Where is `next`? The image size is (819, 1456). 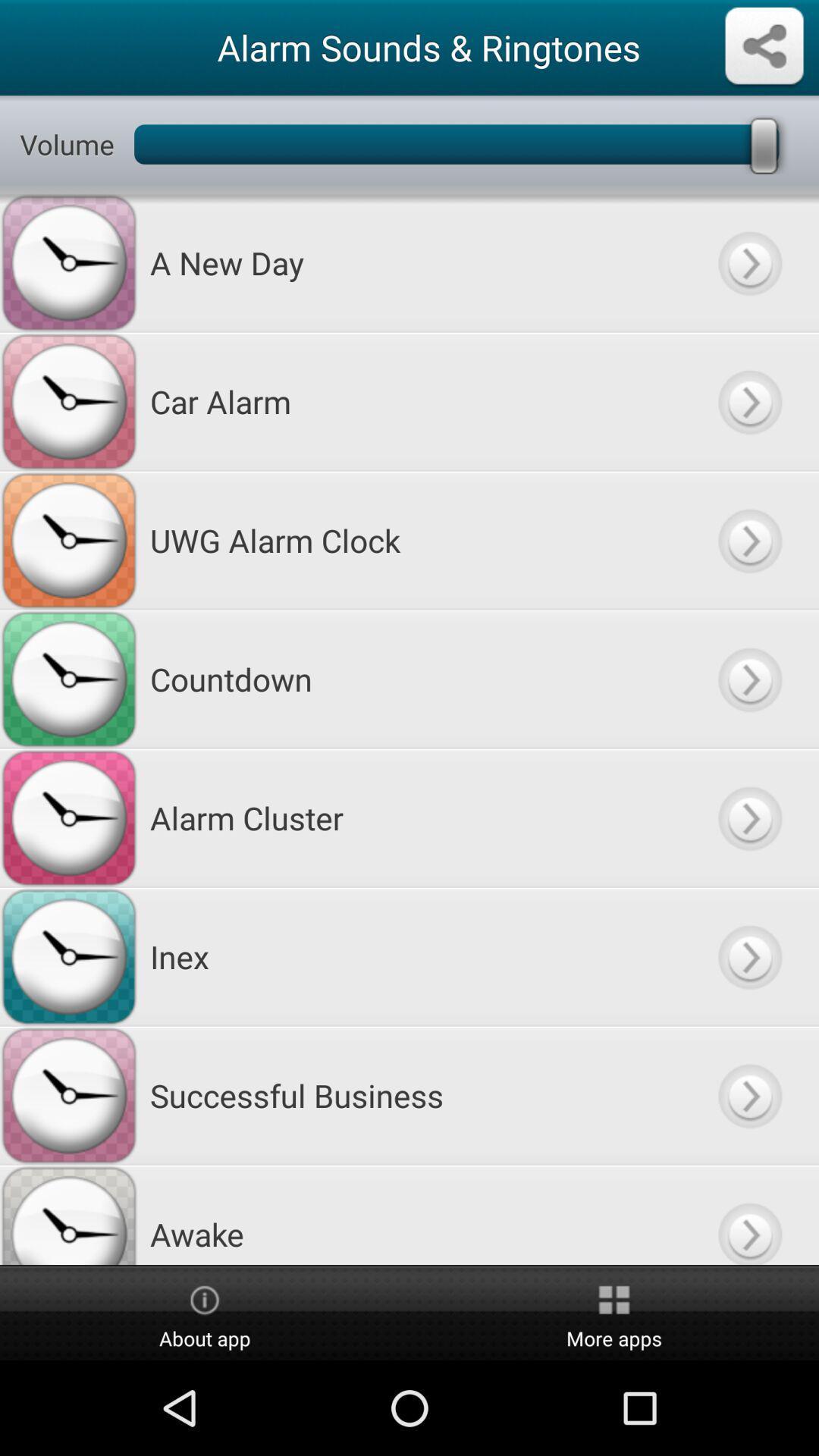 next is located at coordinates (748, 817).